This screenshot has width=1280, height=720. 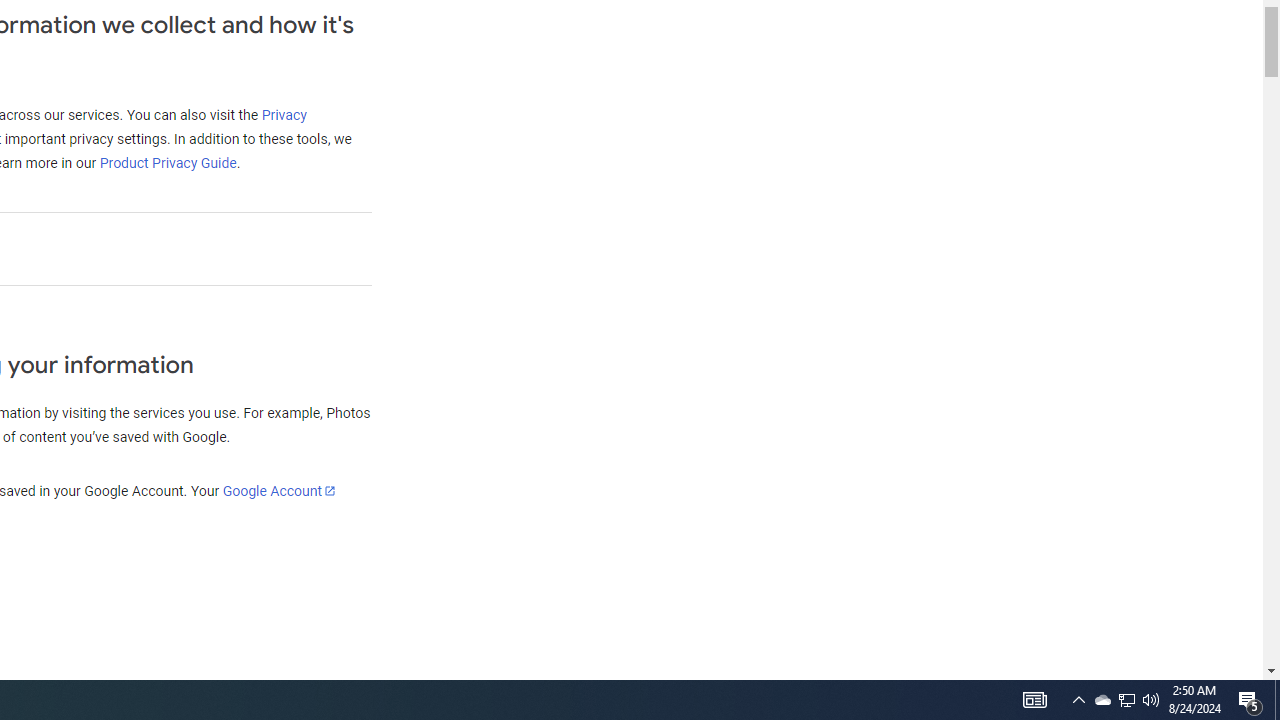 What do you see at coordinates (278, 490) in the screenshot?
I see `'Google Account'` at bounding box center [278, 490].